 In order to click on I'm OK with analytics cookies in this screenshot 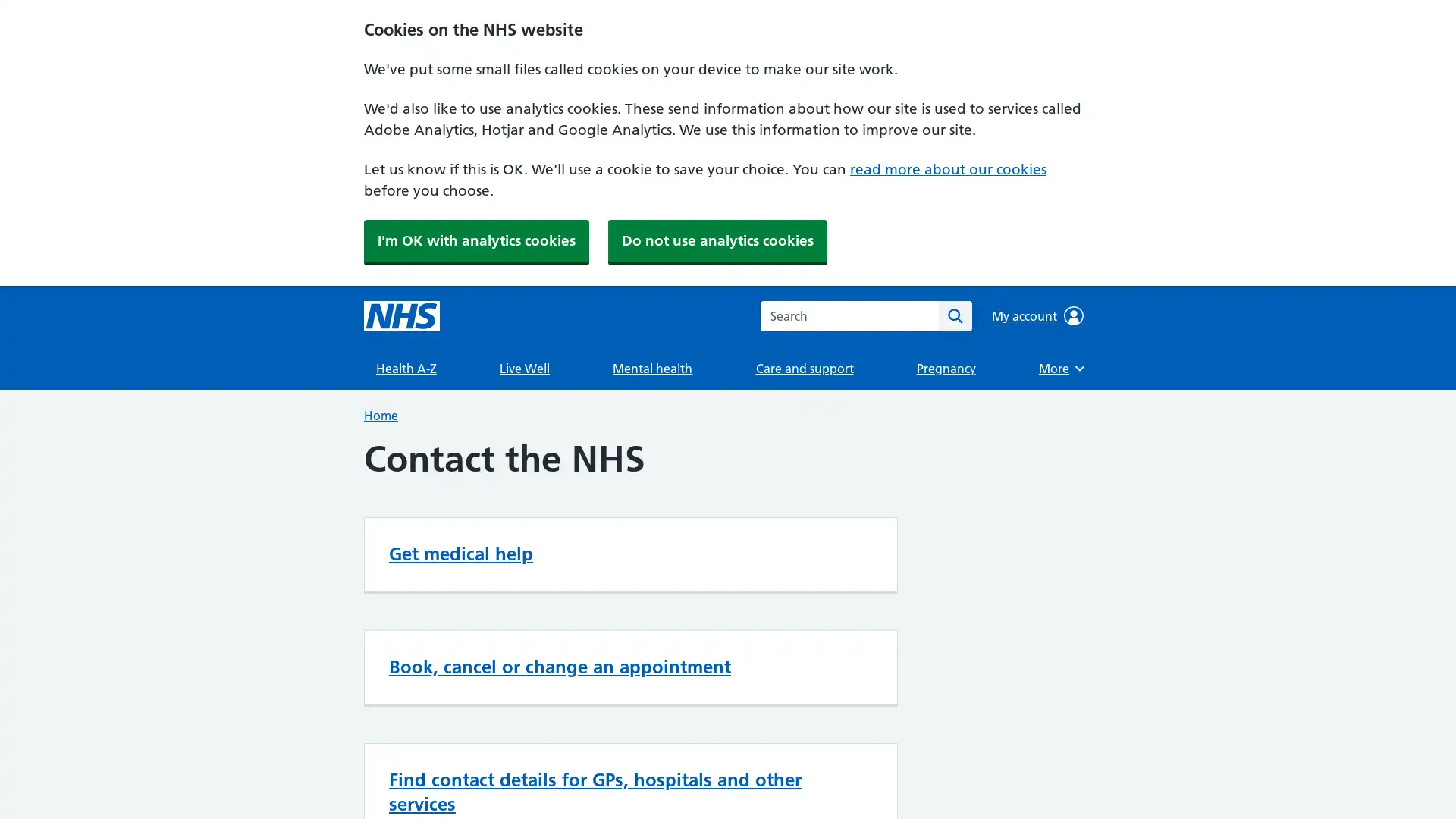, I will do `click(475, 240)`.